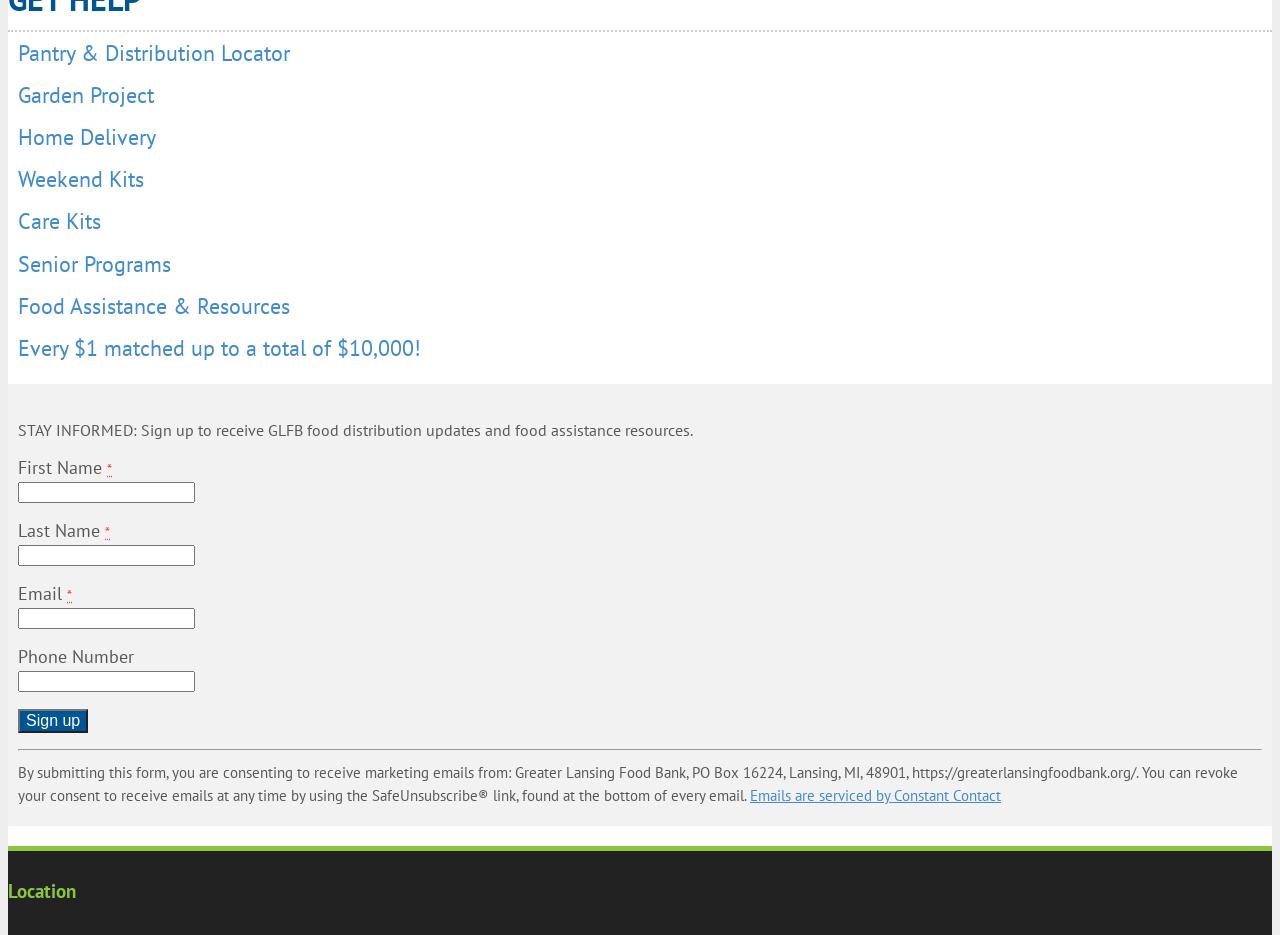 This screenshot has height=935, width=1280. Describe the element at coordinates (18, 593) in the screenshot. I see `'Email'` at that location.